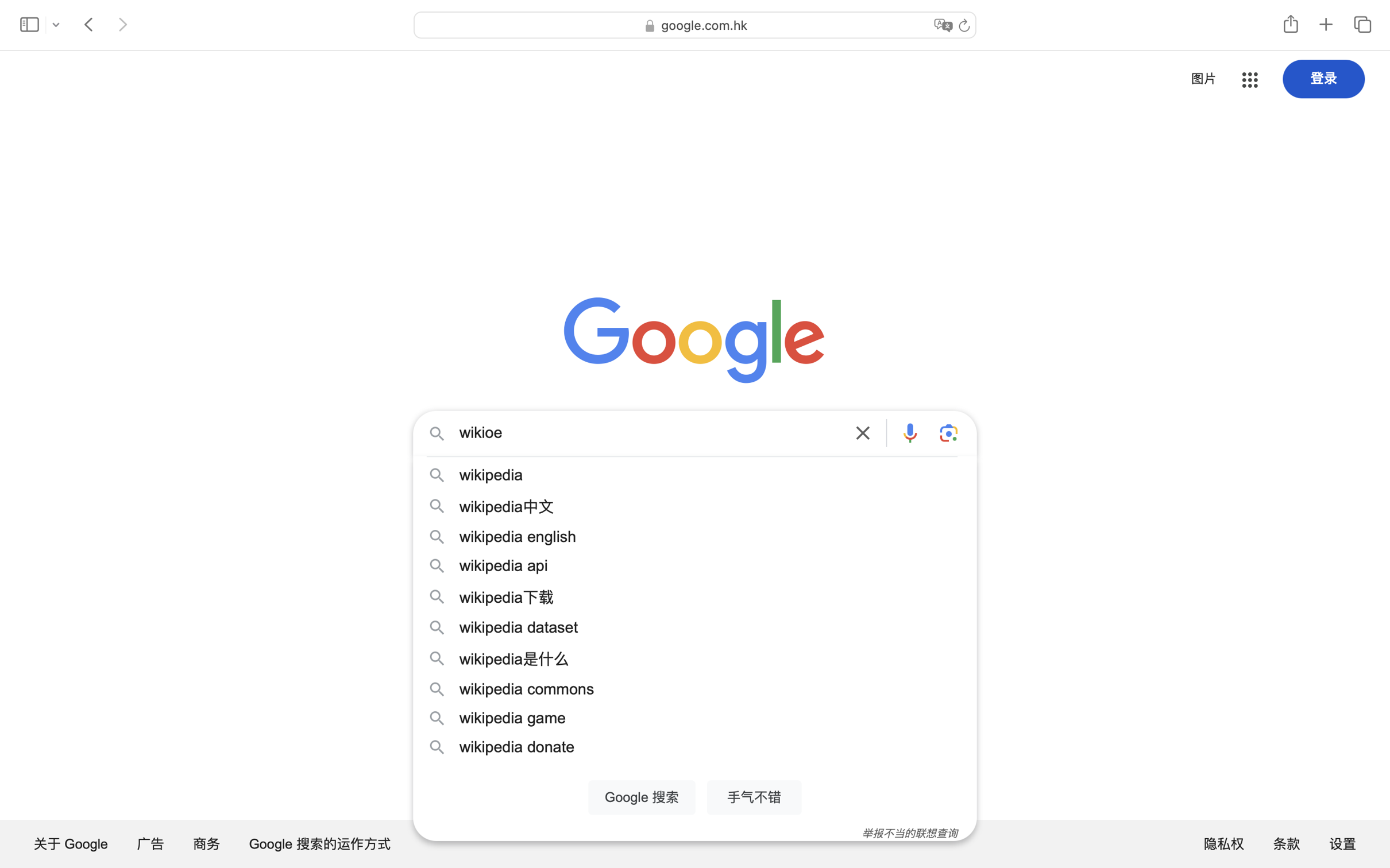  What do you see at coordinates (679, 30) in the screenshot?
I see `'https://www.google.com.hk/?client=safari'` at bounding box center [679, 30].